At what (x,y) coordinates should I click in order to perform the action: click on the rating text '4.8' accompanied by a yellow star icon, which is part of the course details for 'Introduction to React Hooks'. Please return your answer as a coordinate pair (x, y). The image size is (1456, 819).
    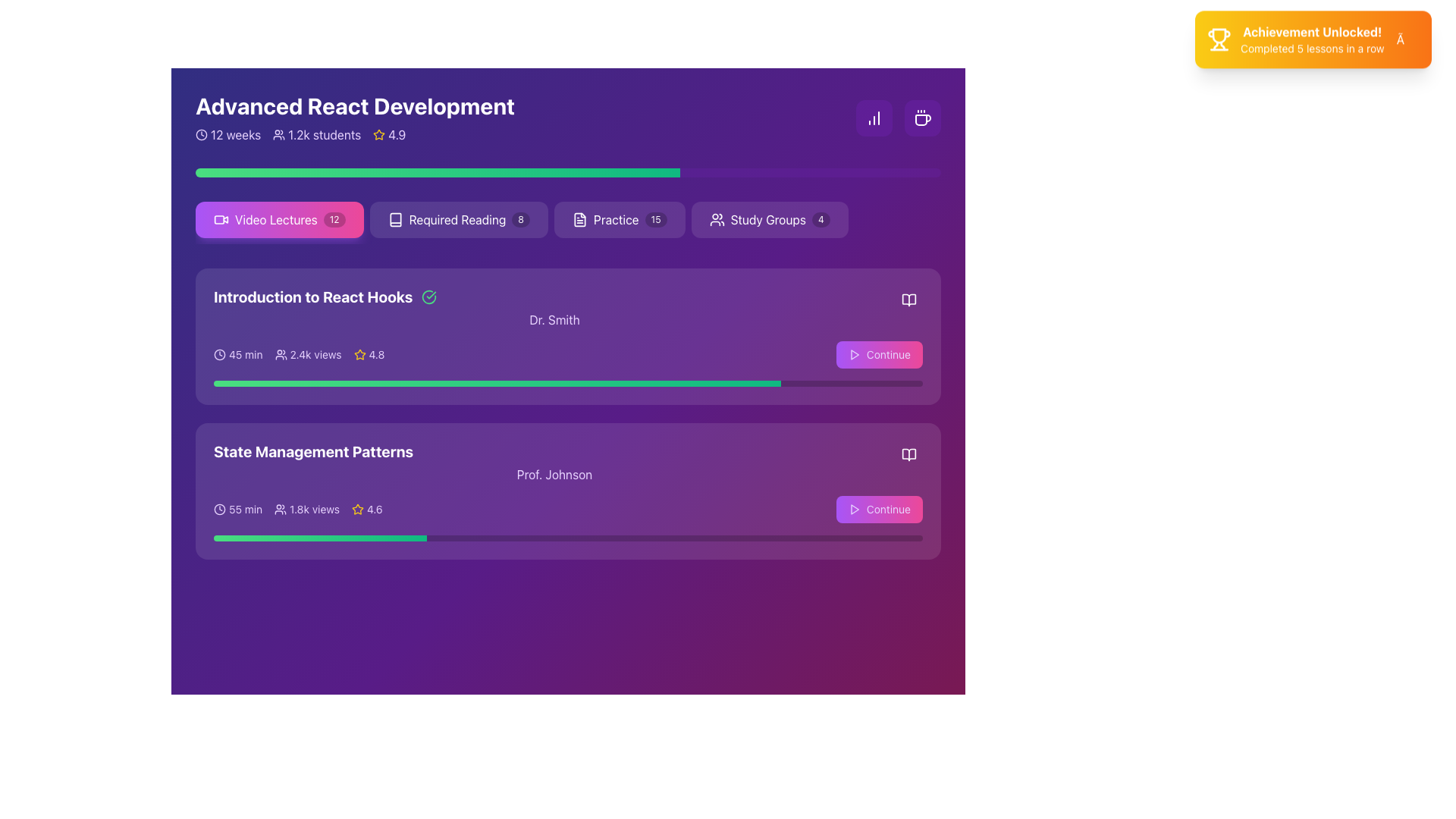
    Looking at the image, I should click on (369, 354).